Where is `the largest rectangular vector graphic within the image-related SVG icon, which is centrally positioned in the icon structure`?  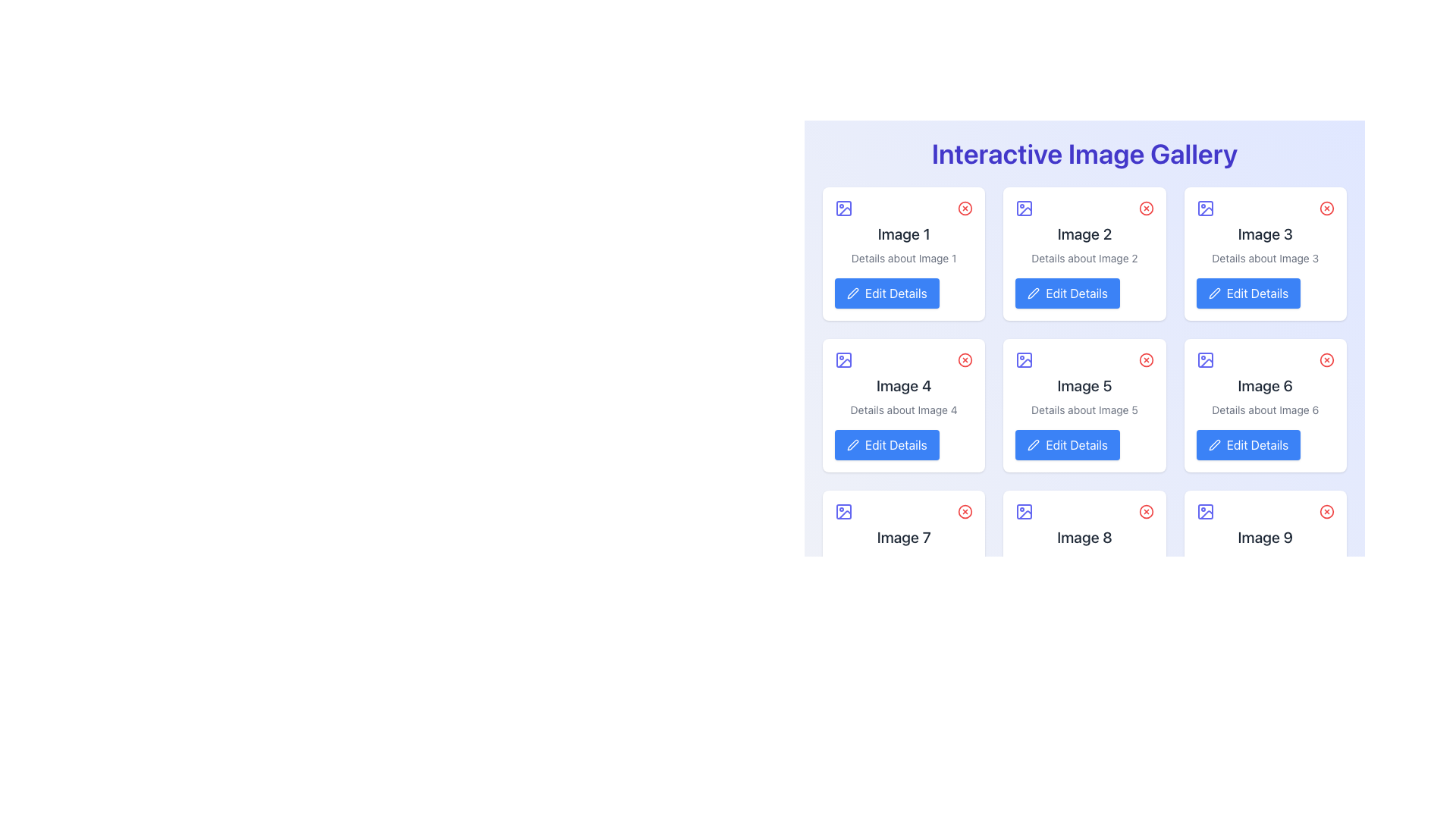
the largest rectangular vector graphic within the image-related SVG icon, which is centrally positioned in the icon structure is located at coordinates (843, 359).